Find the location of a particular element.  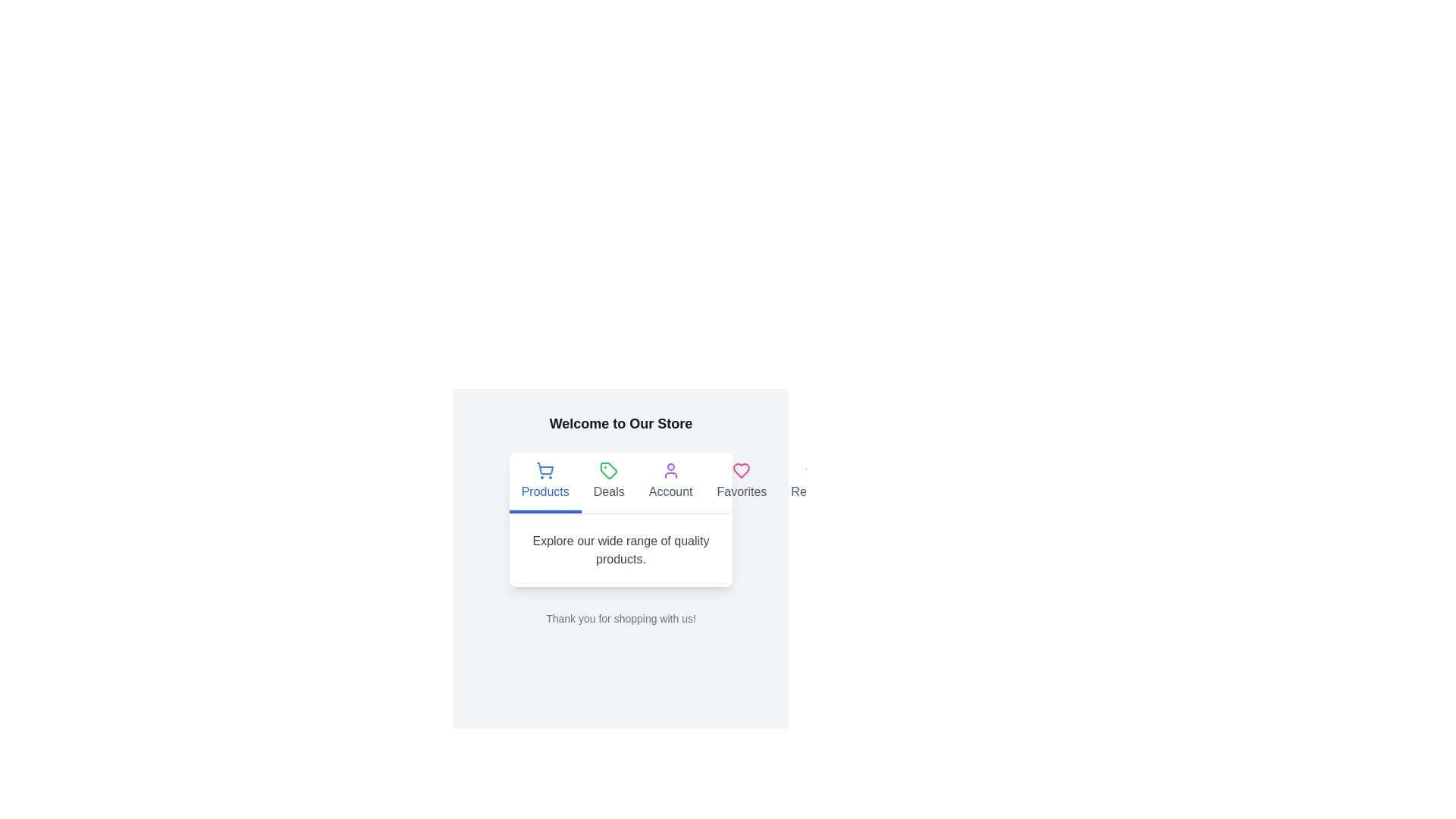

the 'Deals' text label in the navigation bar, which is styled with a slightly larger font and is the second label from the left is located at coordinates (609, 491).